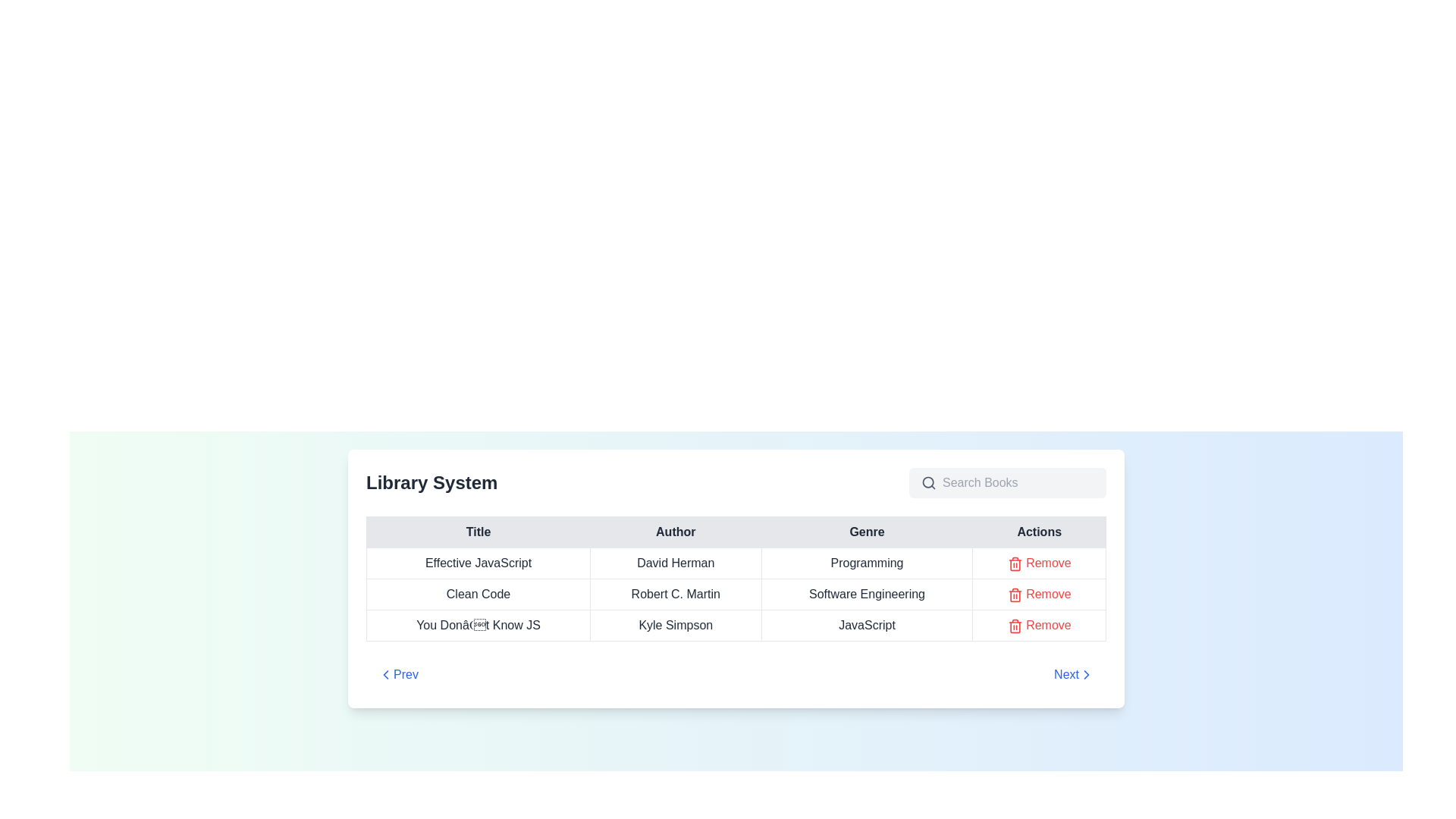 This screenshot has height=819, width=1456. What do you see at coordinates (1073, 674) in the screenshot?
I see `the 'Next' button located at the bottom-right corner of the library system interface` at bounding box center [1073, 674].